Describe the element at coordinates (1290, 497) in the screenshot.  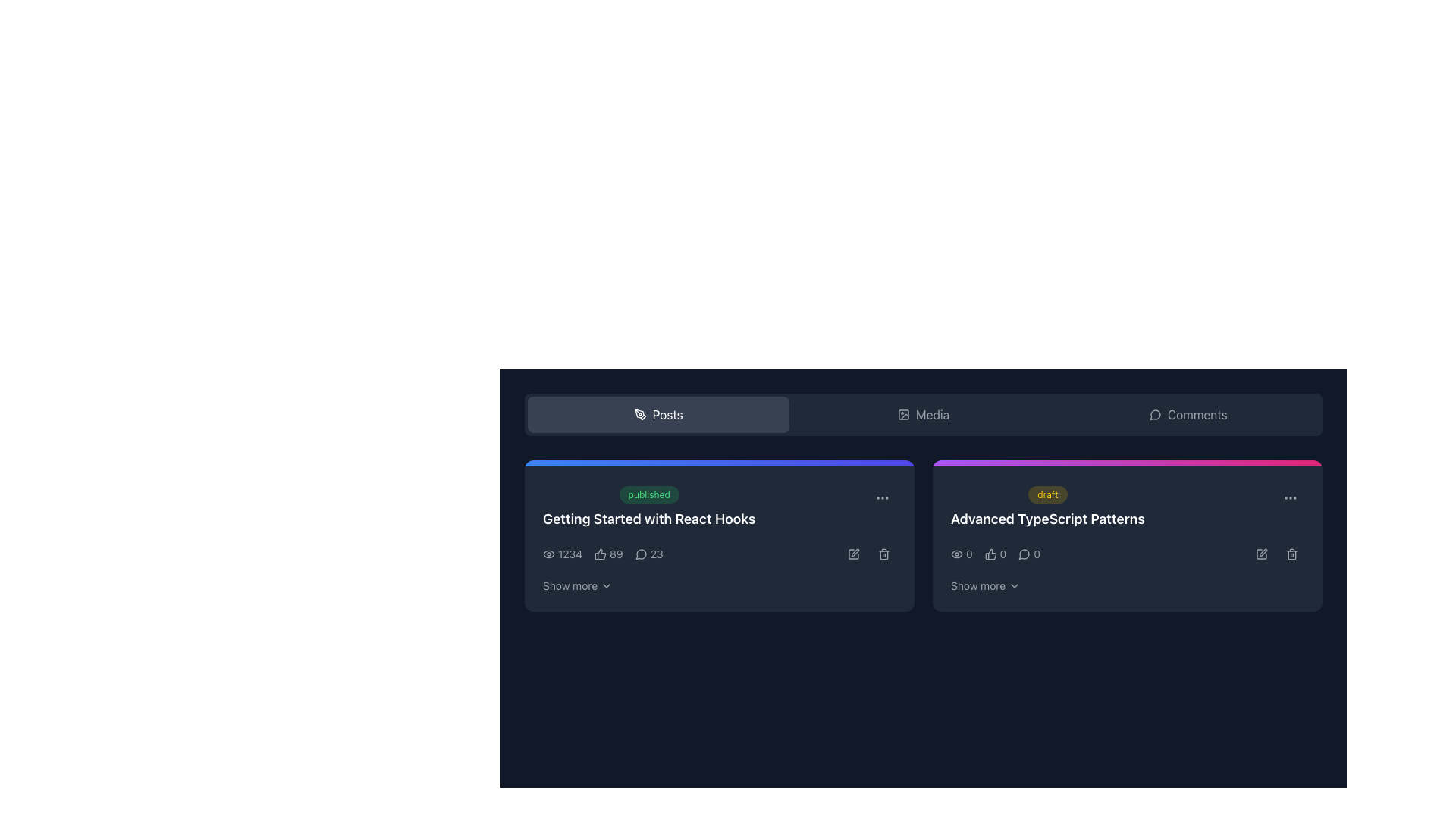
I see `the round icon button with three horizontal dots located` at that location.